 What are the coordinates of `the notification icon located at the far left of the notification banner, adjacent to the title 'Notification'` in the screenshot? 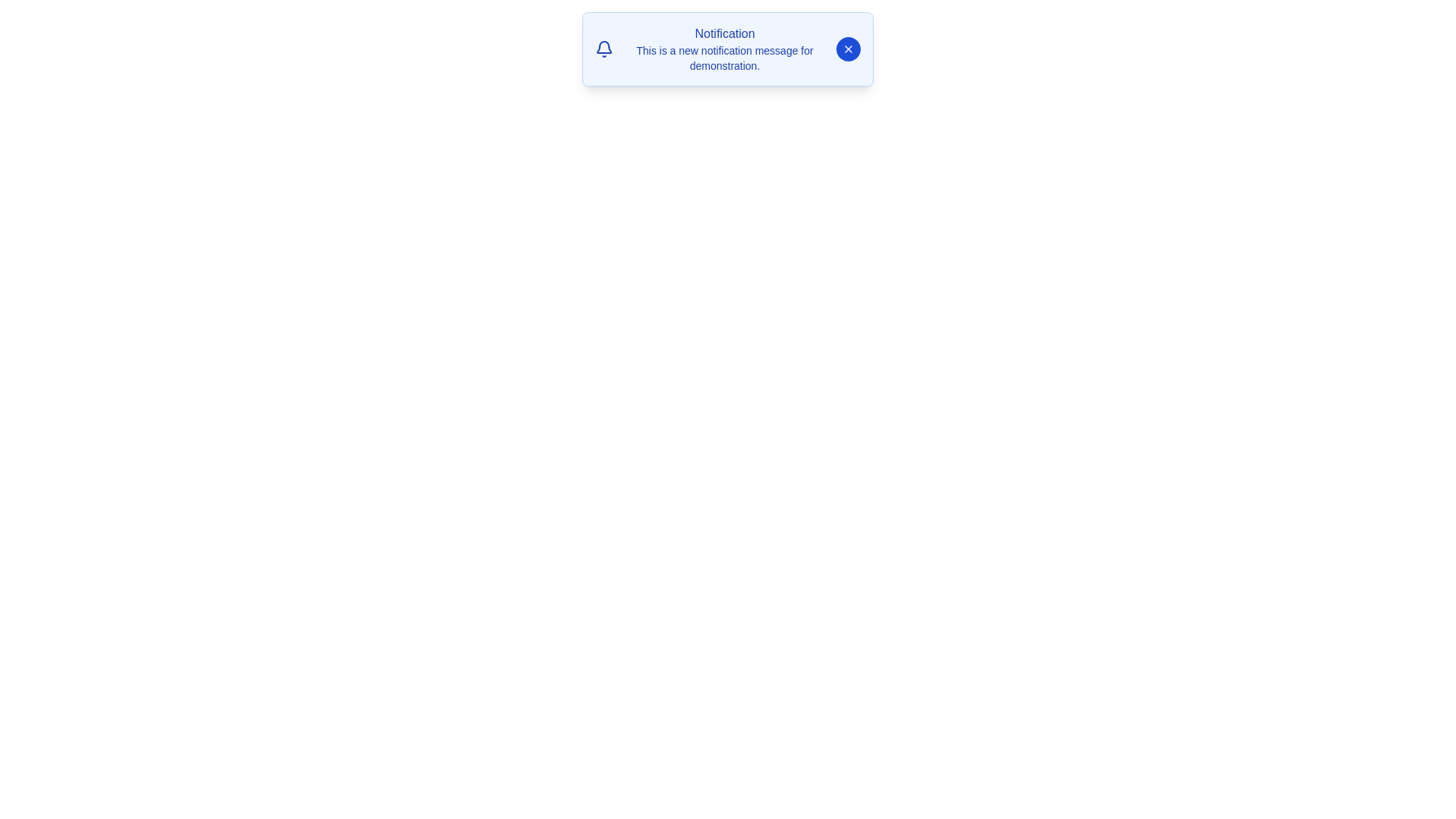 It's located at (603, 49).